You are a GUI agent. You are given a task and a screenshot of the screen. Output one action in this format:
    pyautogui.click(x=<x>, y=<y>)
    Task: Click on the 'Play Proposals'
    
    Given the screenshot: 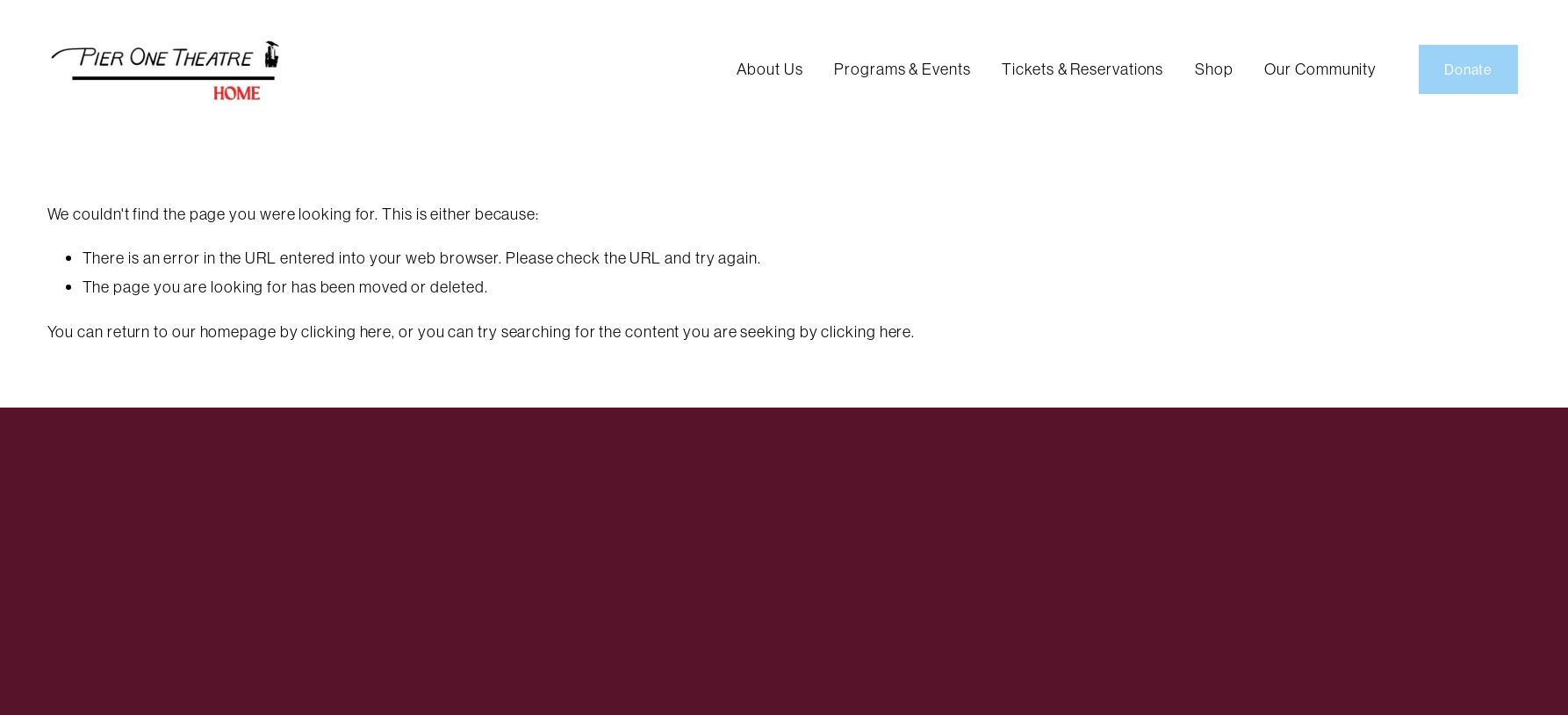 What is the action you would take?
    pyautogui.click(x=861, y=175)
    